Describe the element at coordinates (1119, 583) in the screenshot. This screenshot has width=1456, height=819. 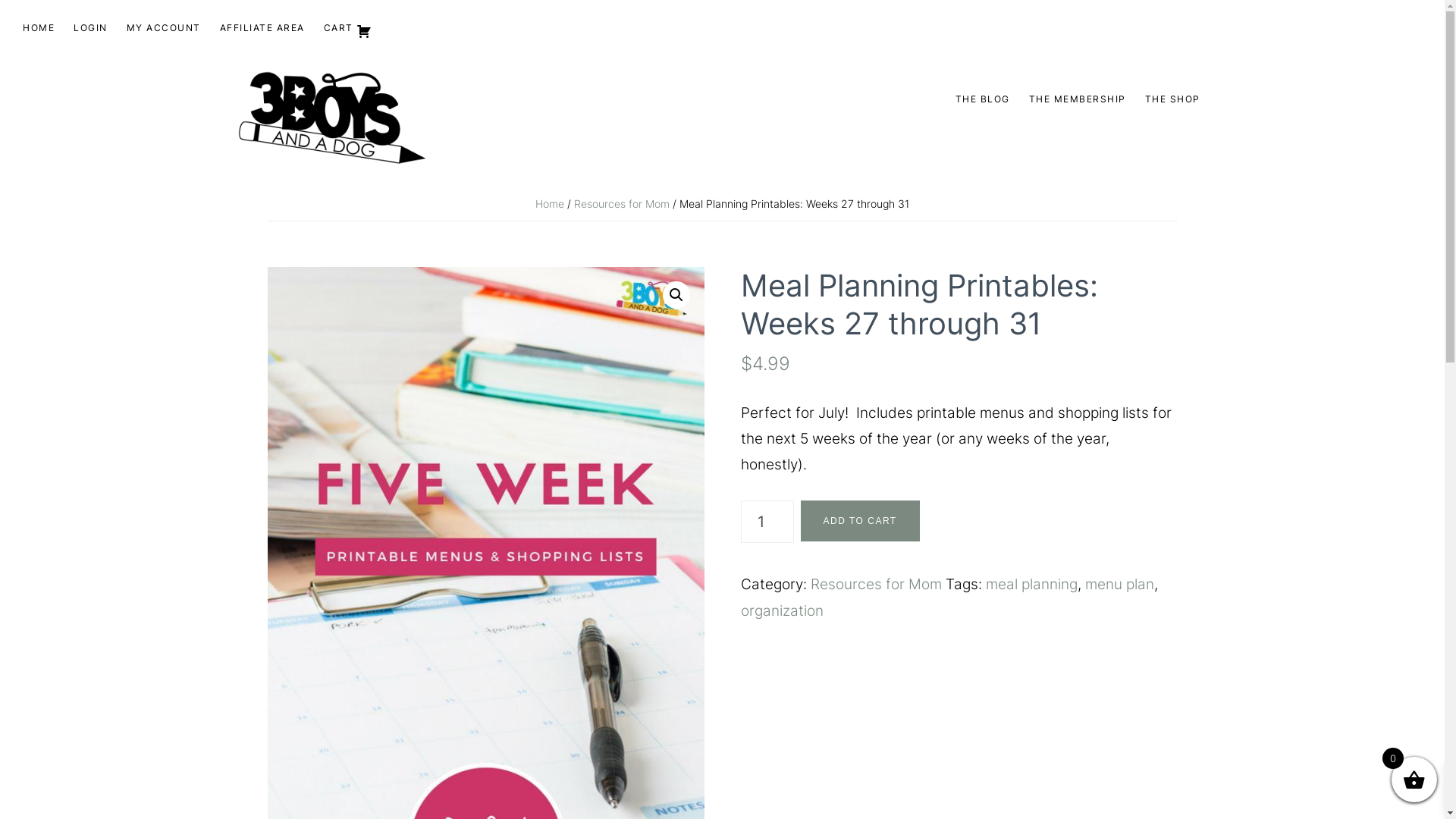
I see `'menu plan'` at that location.